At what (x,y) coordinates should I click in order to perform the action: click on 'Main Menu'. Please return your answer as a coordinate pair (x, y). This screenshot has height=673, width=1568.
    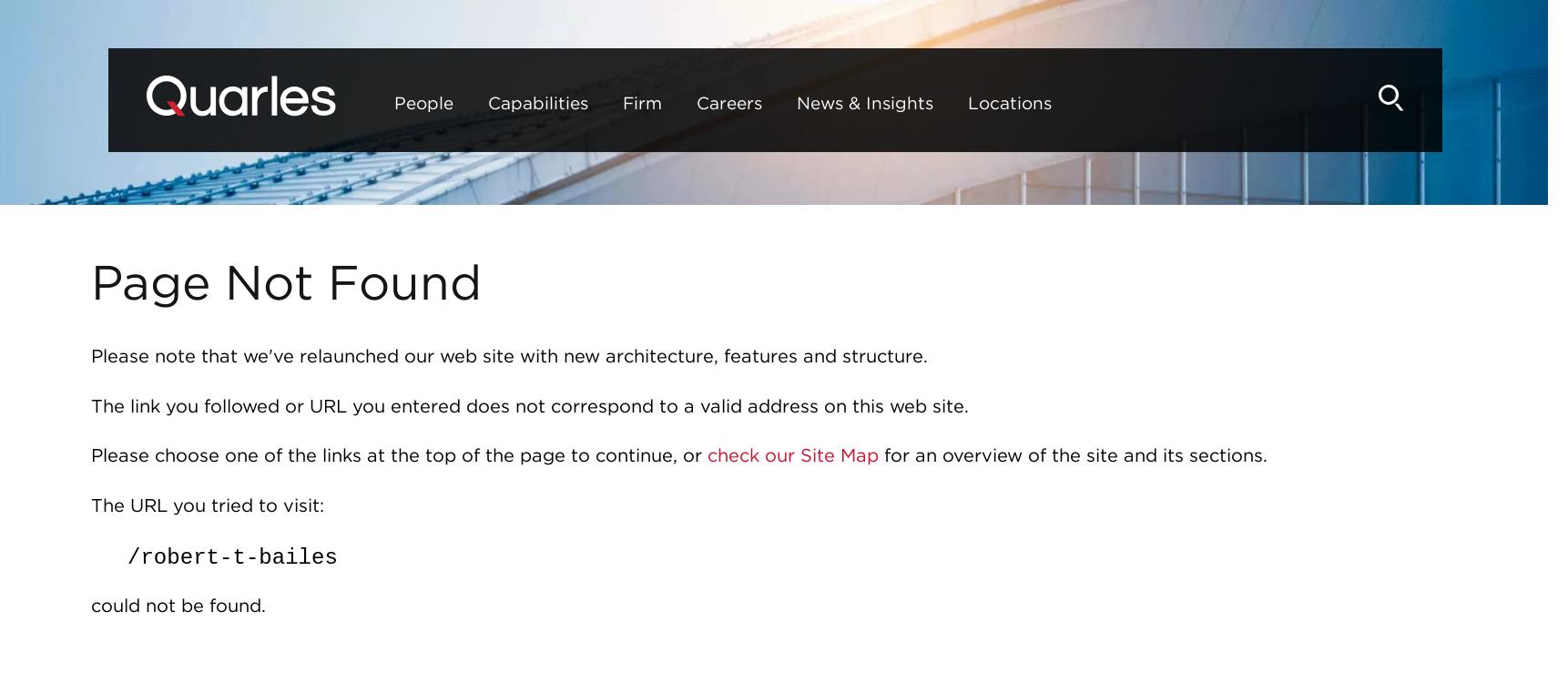
    Looking at the image, I should click on (712, 68).